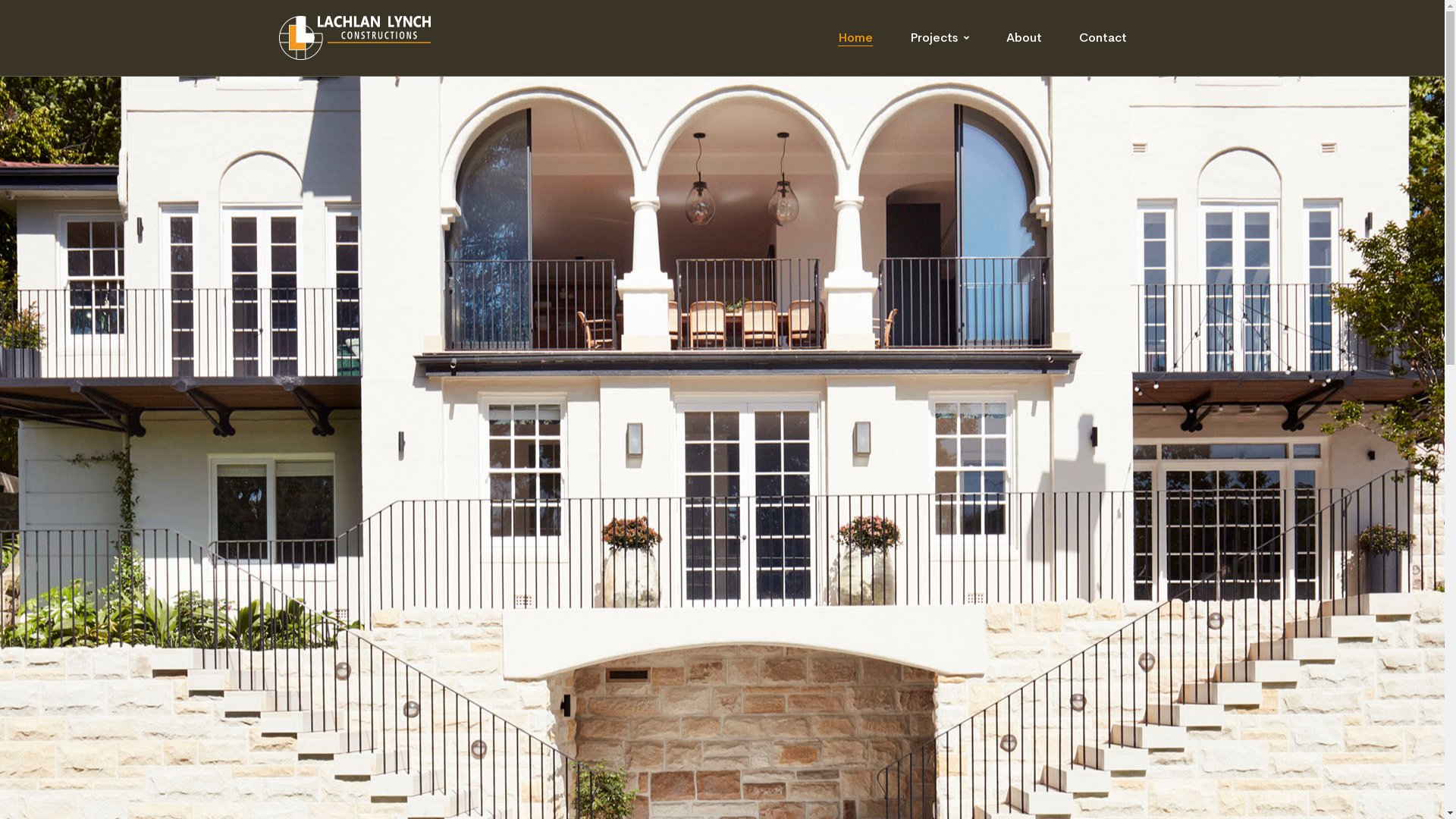 The height and width of the screenshot is (819, 1456). I want to click on 'Projects', so click(938, 37).